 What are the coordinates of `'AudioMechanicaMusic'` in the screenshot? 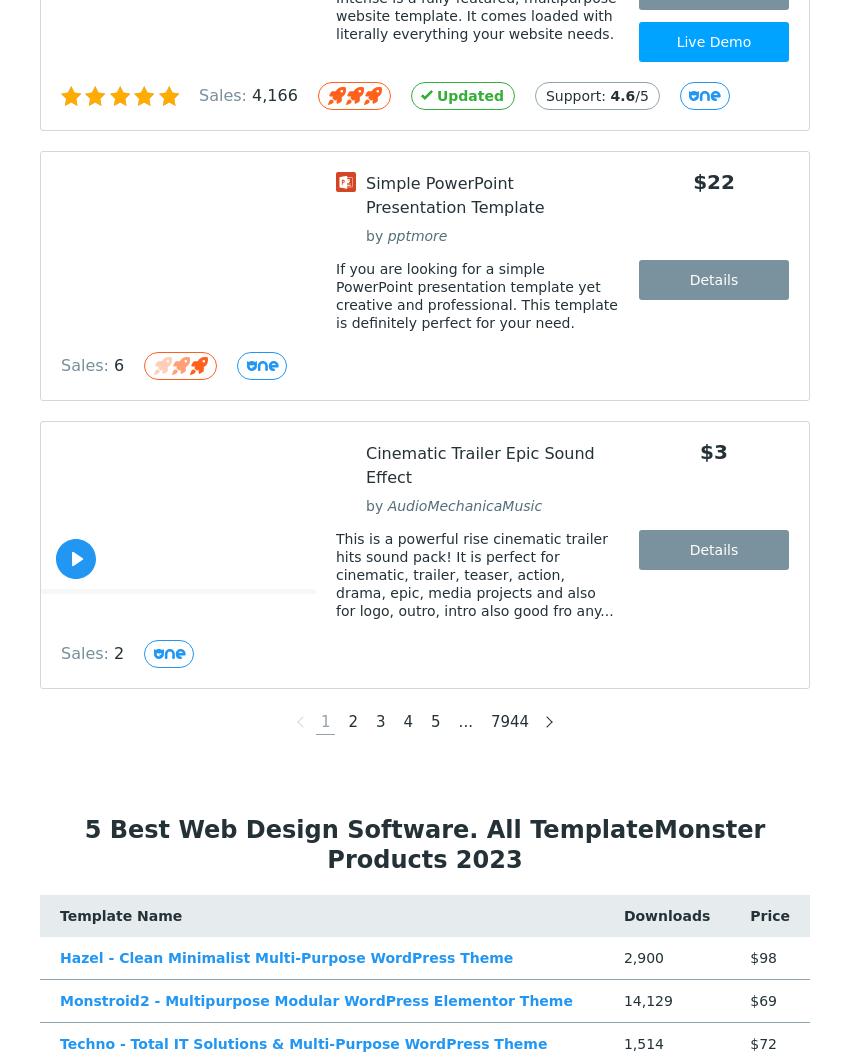 It's located at (463, 506).